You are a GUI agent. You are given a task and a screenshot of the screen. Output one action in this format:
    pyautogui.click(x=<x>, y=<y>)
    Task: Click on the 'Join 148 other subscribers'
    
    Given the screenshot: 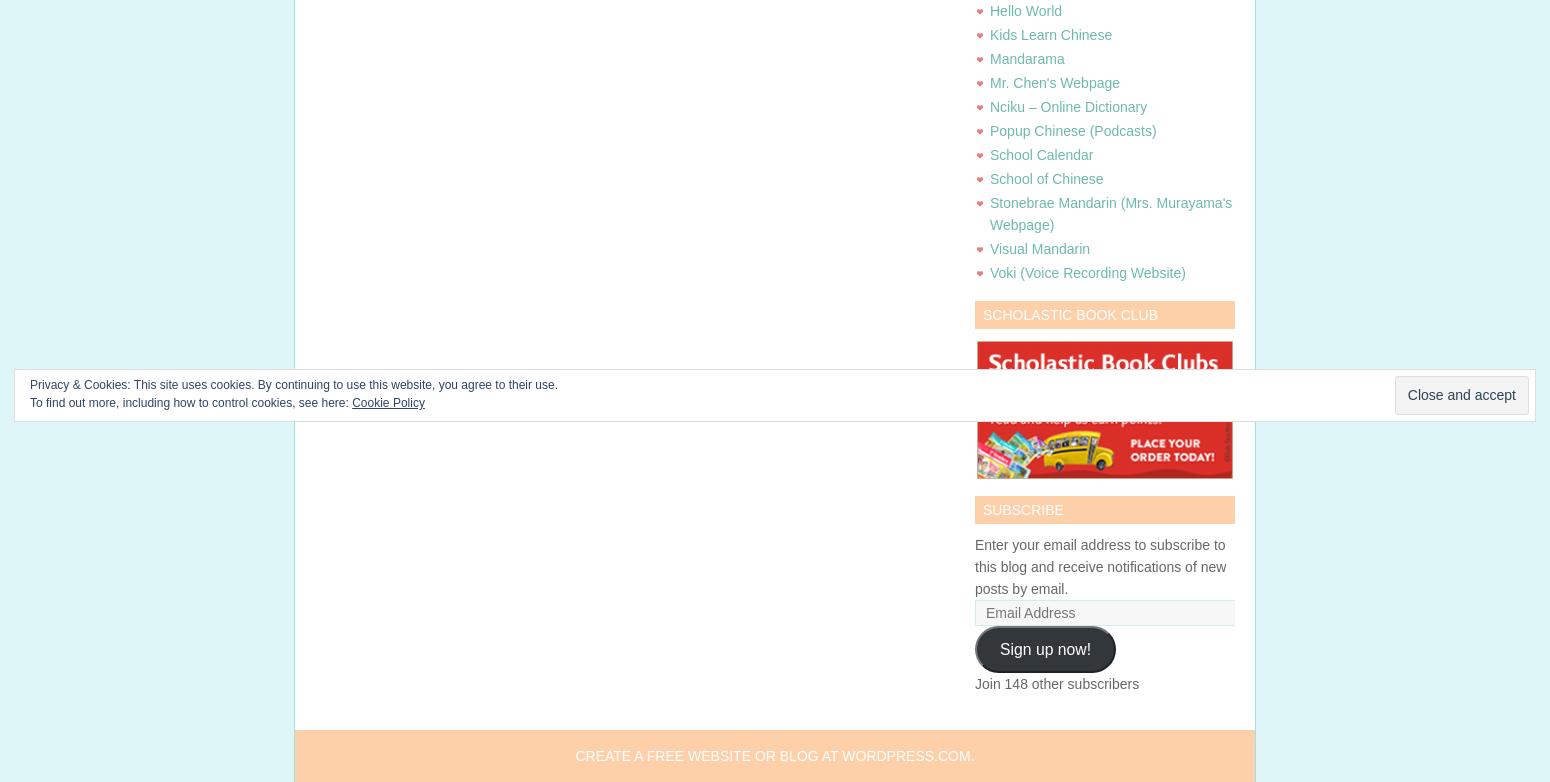 What is the action you would take?
    pyautogui.click(x=1056, y=683)
    